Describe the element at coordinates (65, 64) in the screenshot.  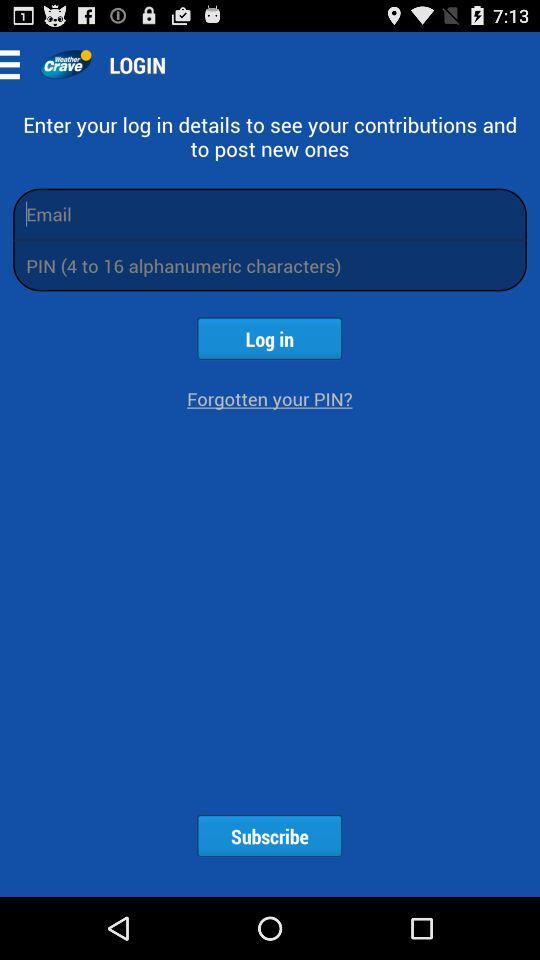
I see `the app to the left of login app` at that location.